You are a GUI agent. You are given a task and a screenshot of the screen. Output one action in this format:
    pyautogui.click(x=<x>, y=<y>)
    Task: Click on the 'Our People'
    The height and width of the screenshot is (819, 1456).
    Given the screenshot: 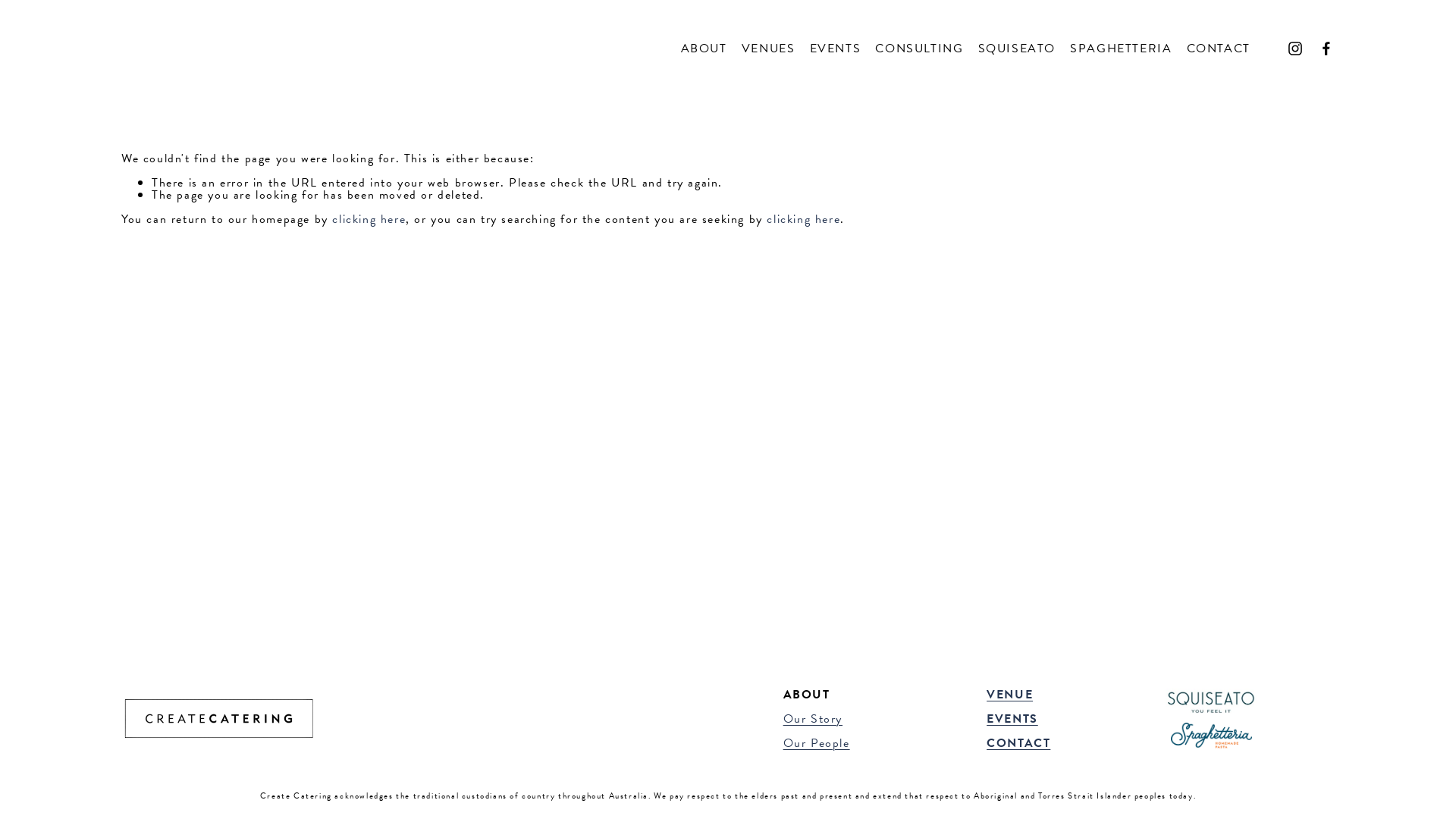 What is the action you would take?
    pyautogui.click(x=783, y=742)
    